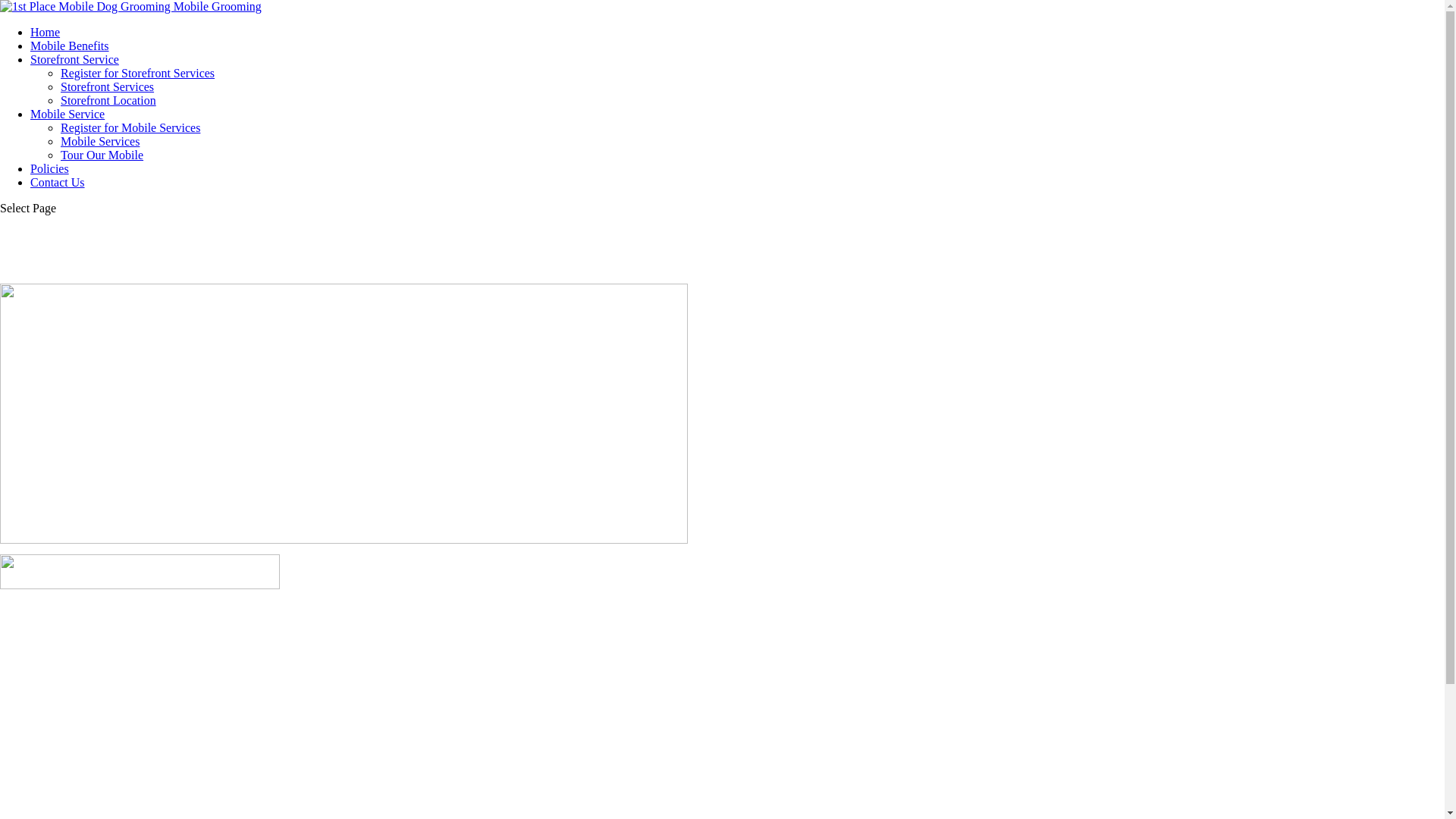  I want to click on 'Register for Storefront Services', so click(61, 73).